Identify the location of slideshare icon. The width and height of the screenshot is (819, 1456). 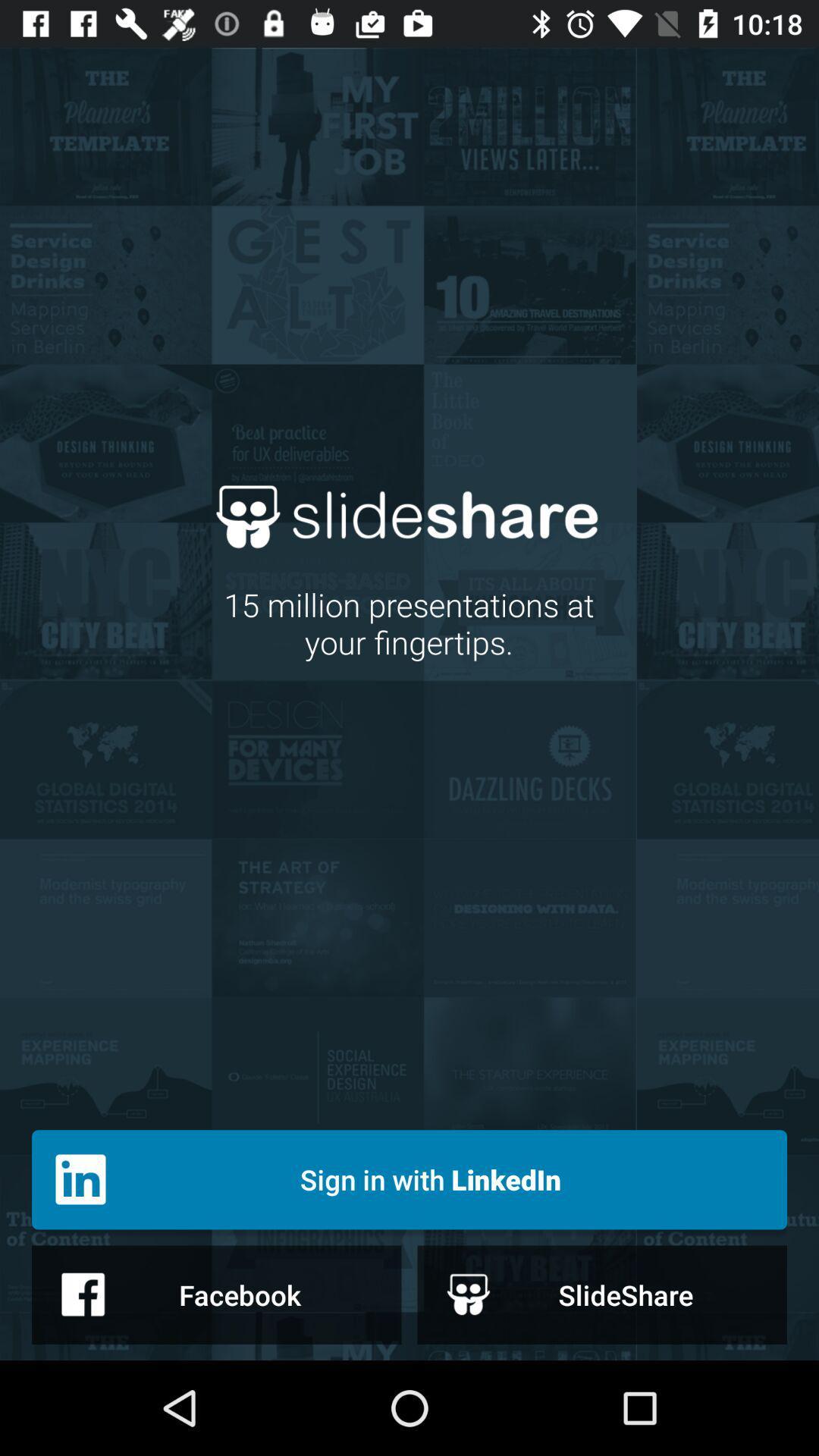
(601, 1294).